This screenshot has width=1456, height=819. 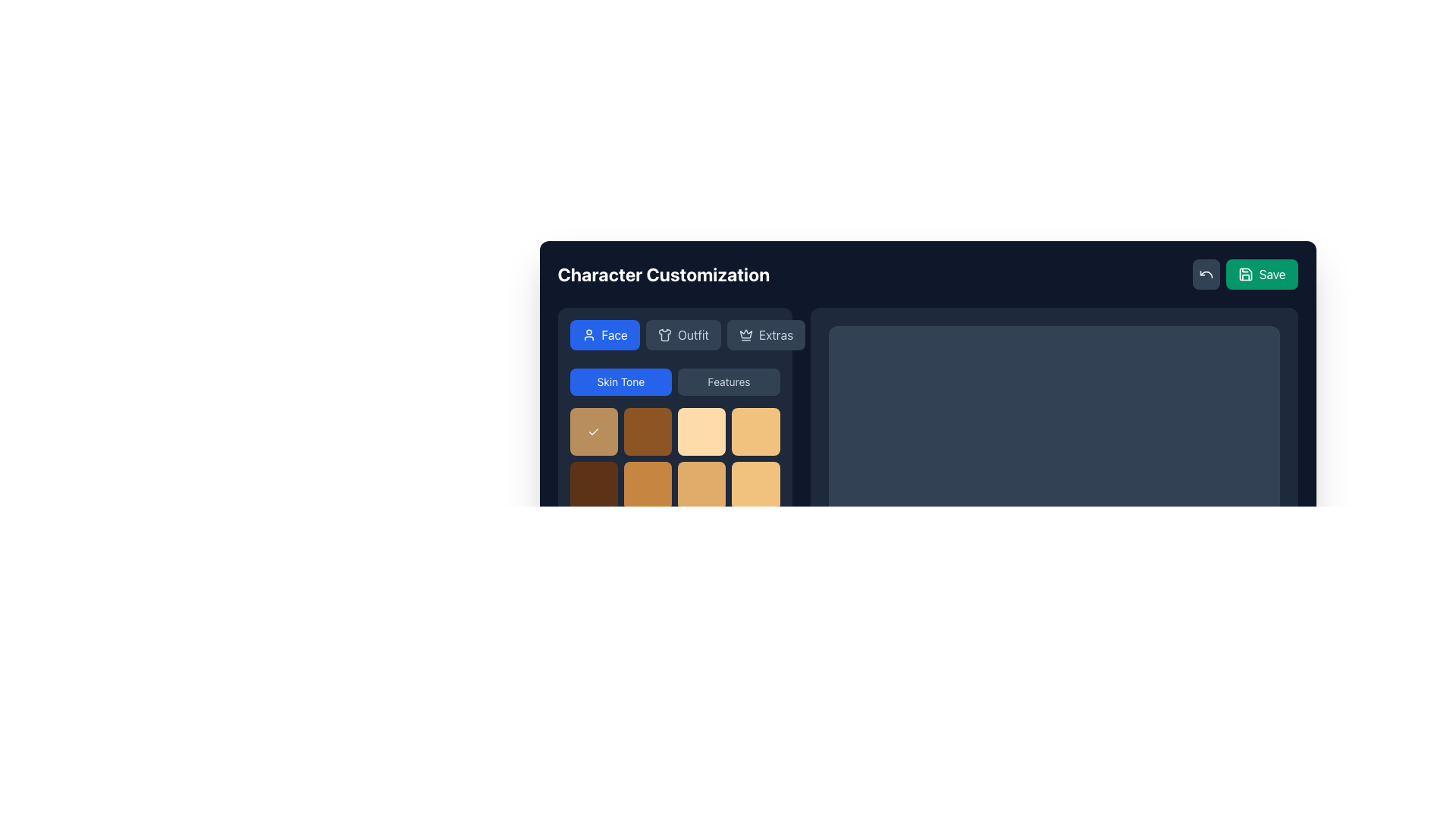 I want to click on the 'Save' text label, which is a white text on a green button located at the top right corner of the interface, next to a save icon, so click(x=1272, y=275).